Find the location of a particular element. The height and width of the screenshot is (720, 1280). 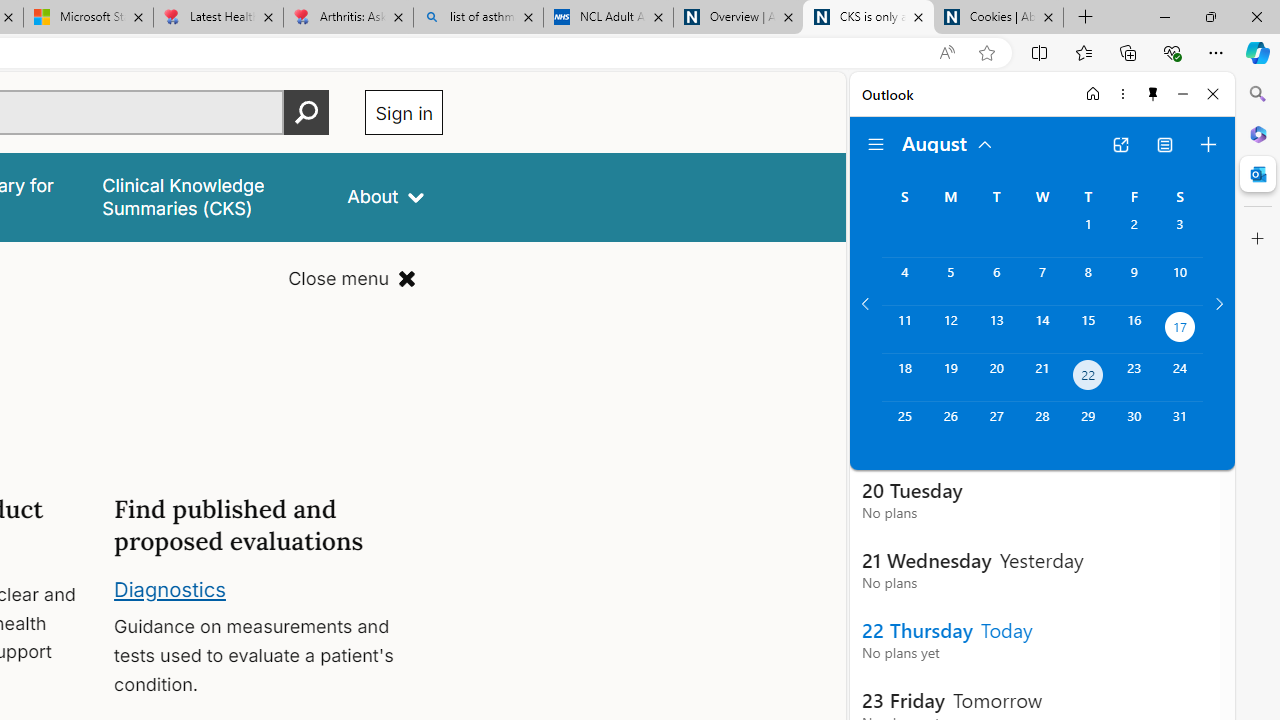

'Tuesday, August 13, 2024. ' is located at coordinates (996, 328).